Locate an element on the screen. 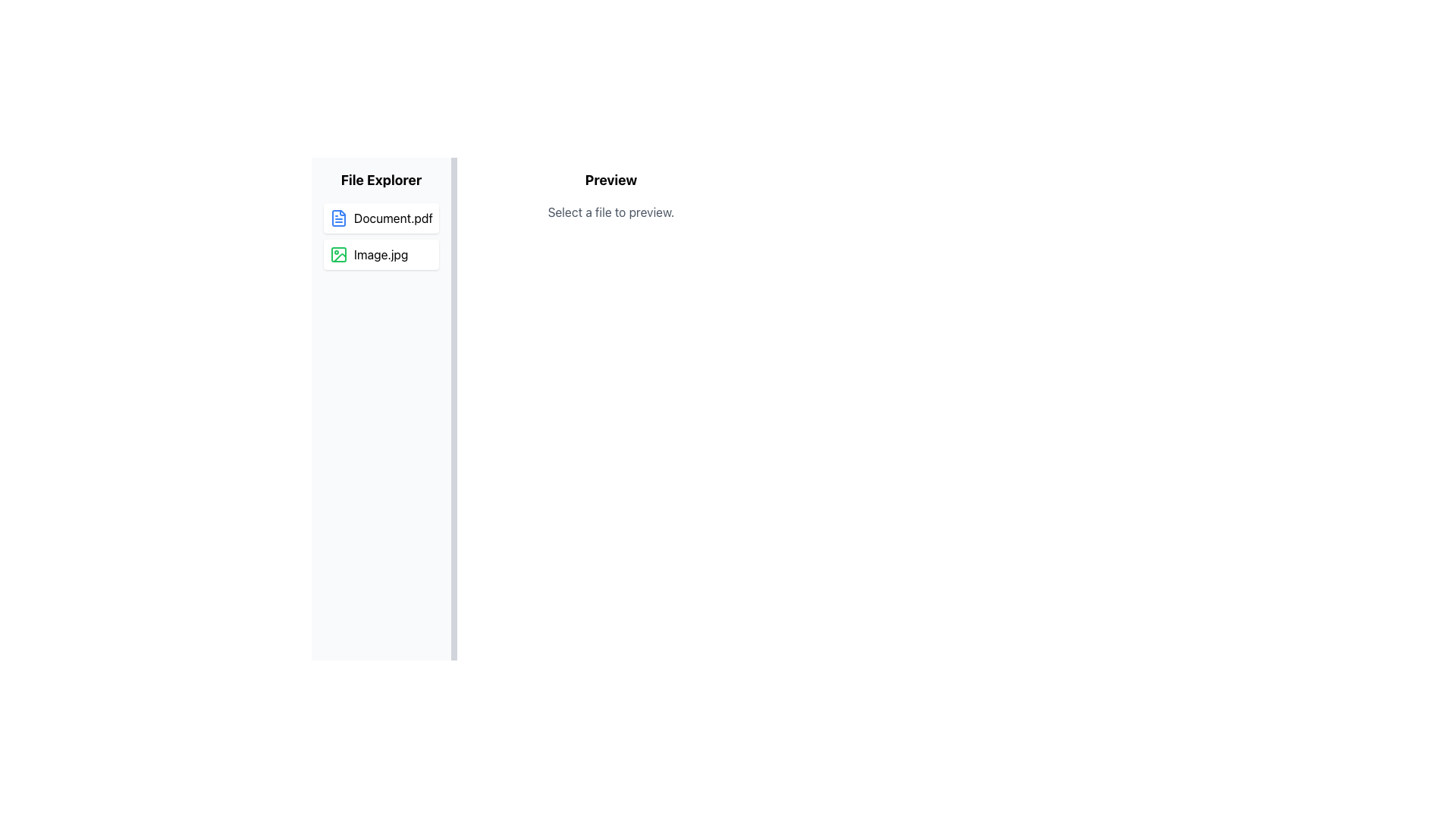 The image size is (1456, 819). icon element representing the image file 'Image.jpg' located in the explorer section by clicking on it is located at coordinates (337, 253).